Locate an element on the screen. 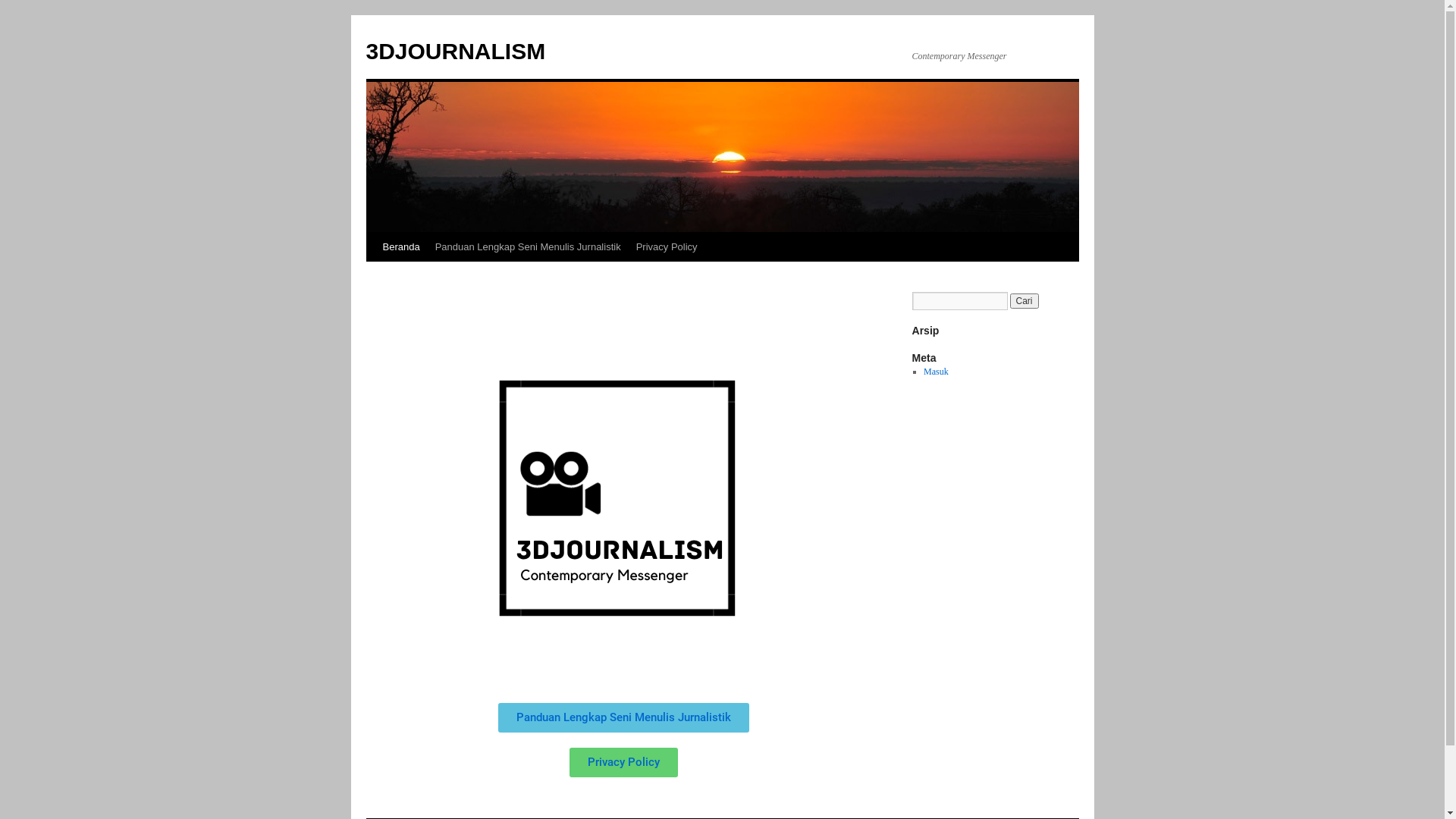 Image resolution: width=1456 pixels, height=819 pixels. 'Cari' is located at coordinates (1009, 301).